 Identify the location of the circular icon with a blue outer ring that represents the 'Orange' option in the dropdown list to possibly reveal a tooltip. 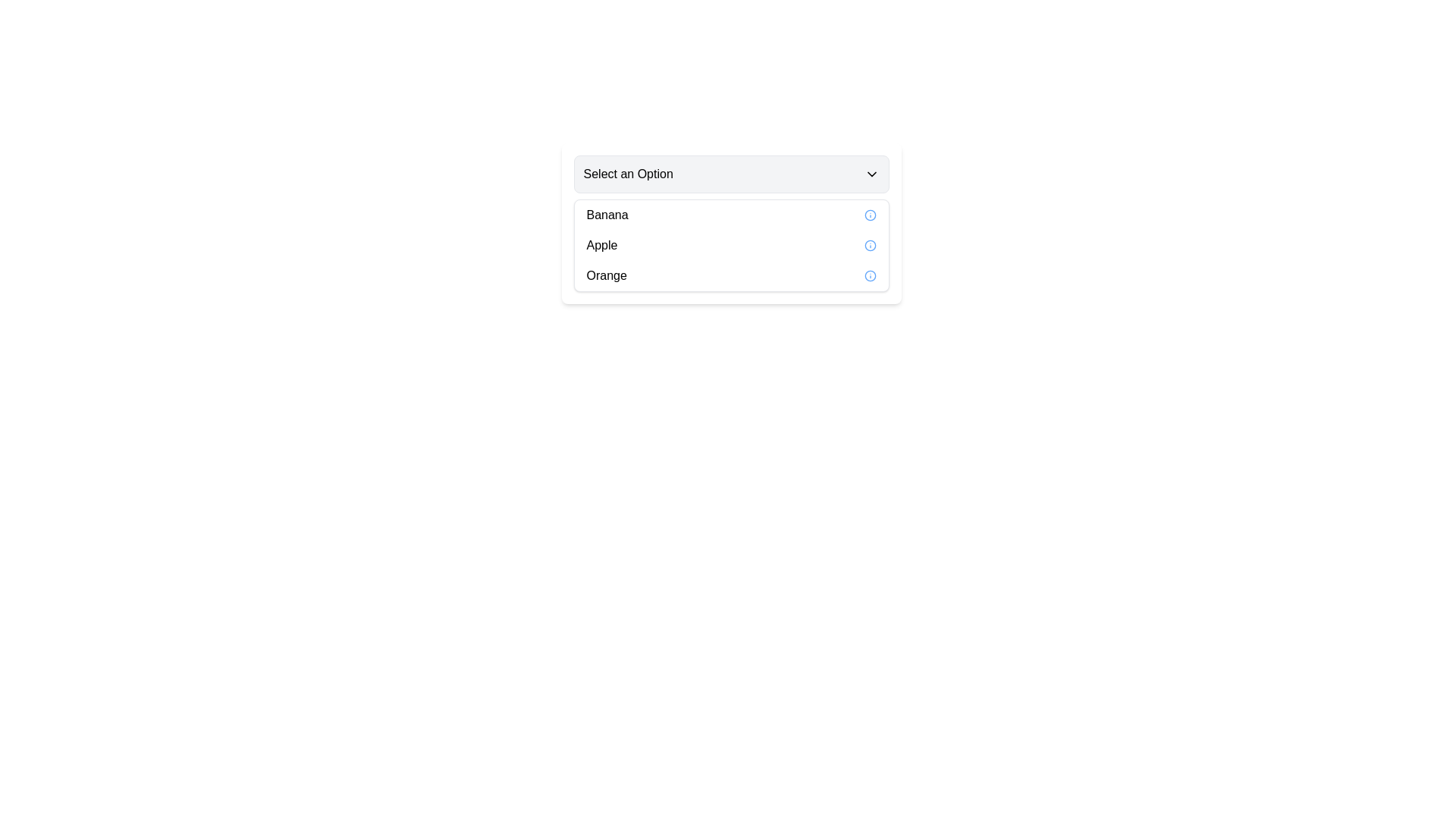
(870, 275).